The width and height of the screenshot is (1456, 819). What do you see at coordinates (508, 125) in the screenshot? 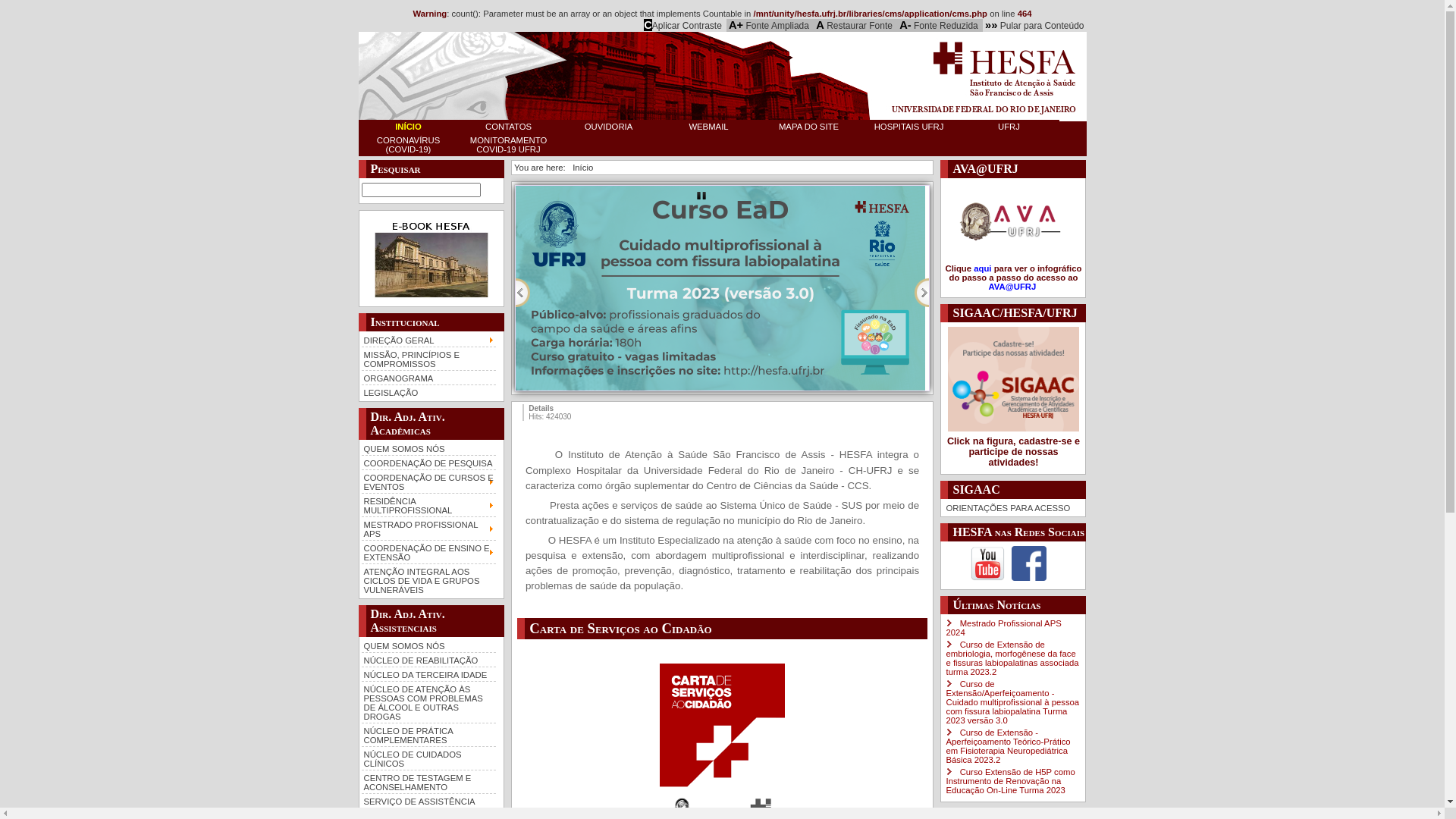
I see `'CONTATOS'` at bounding box center [508, 125].